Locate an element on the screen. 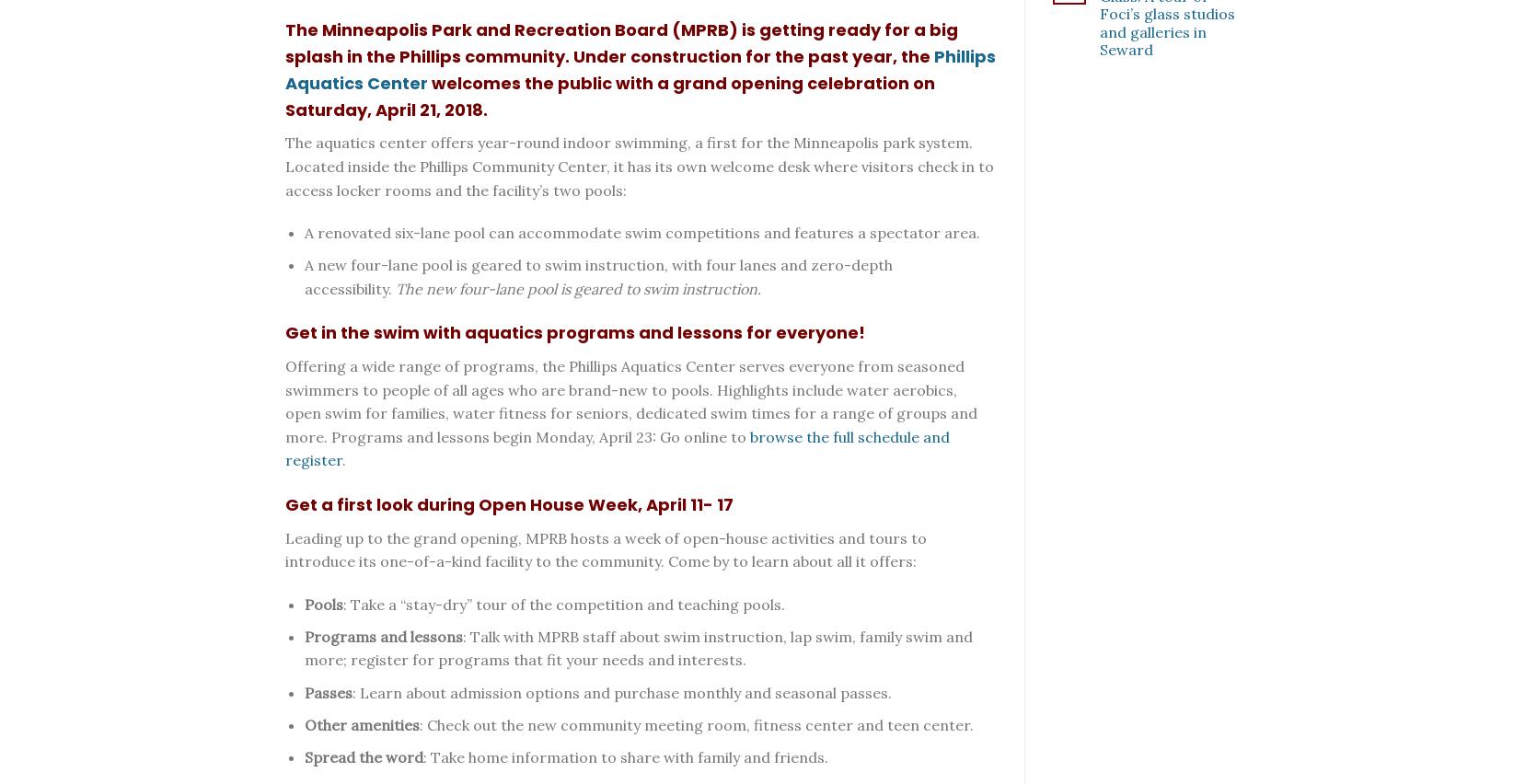 Image resolution: width=1537 pixels, height=784 pixels. 'welcomes the public with a grand opening celebration on Saturday, April 21, 2018.' is located at coordinates (608, 95).